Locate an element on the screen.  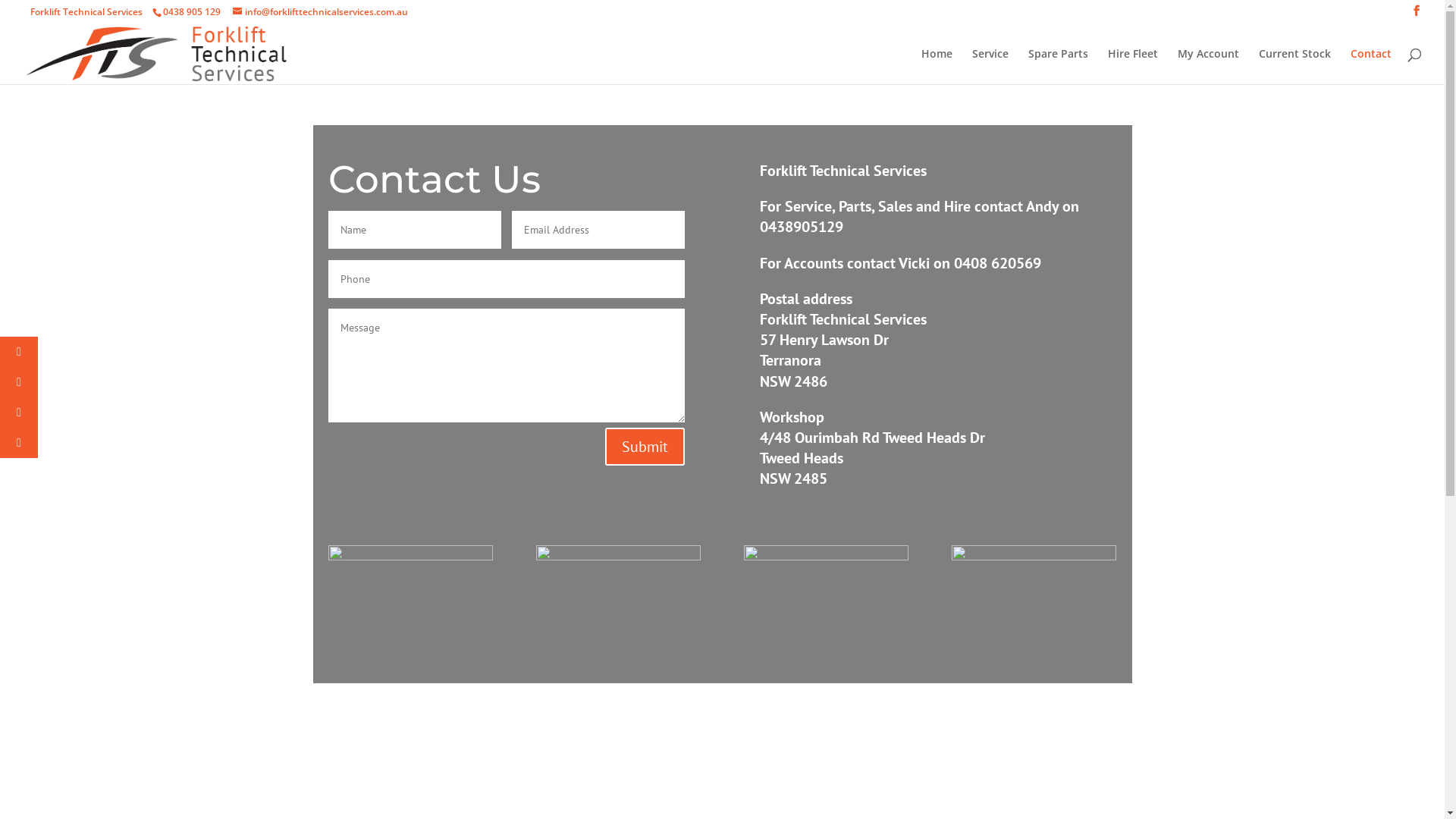
'Image-5' is located at coordinates (409, 555).